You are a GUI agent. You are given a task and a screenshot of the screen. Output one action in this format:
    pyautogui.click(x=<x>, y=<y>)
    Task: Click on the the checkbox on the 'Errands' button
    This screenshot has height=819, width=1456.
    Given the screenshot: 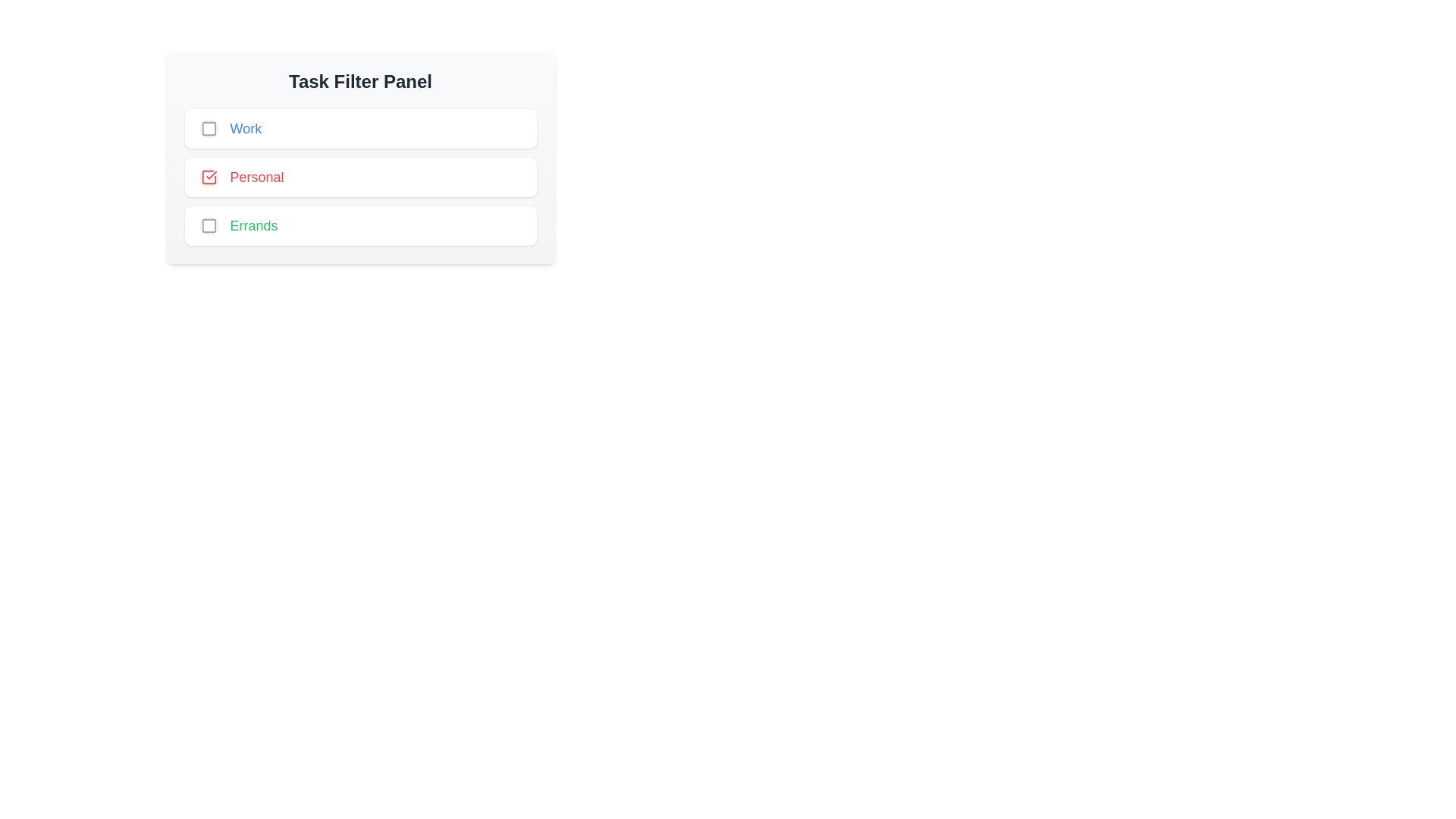 What is the action you would take?
    pyautogui.click(x=359, y=225)
    